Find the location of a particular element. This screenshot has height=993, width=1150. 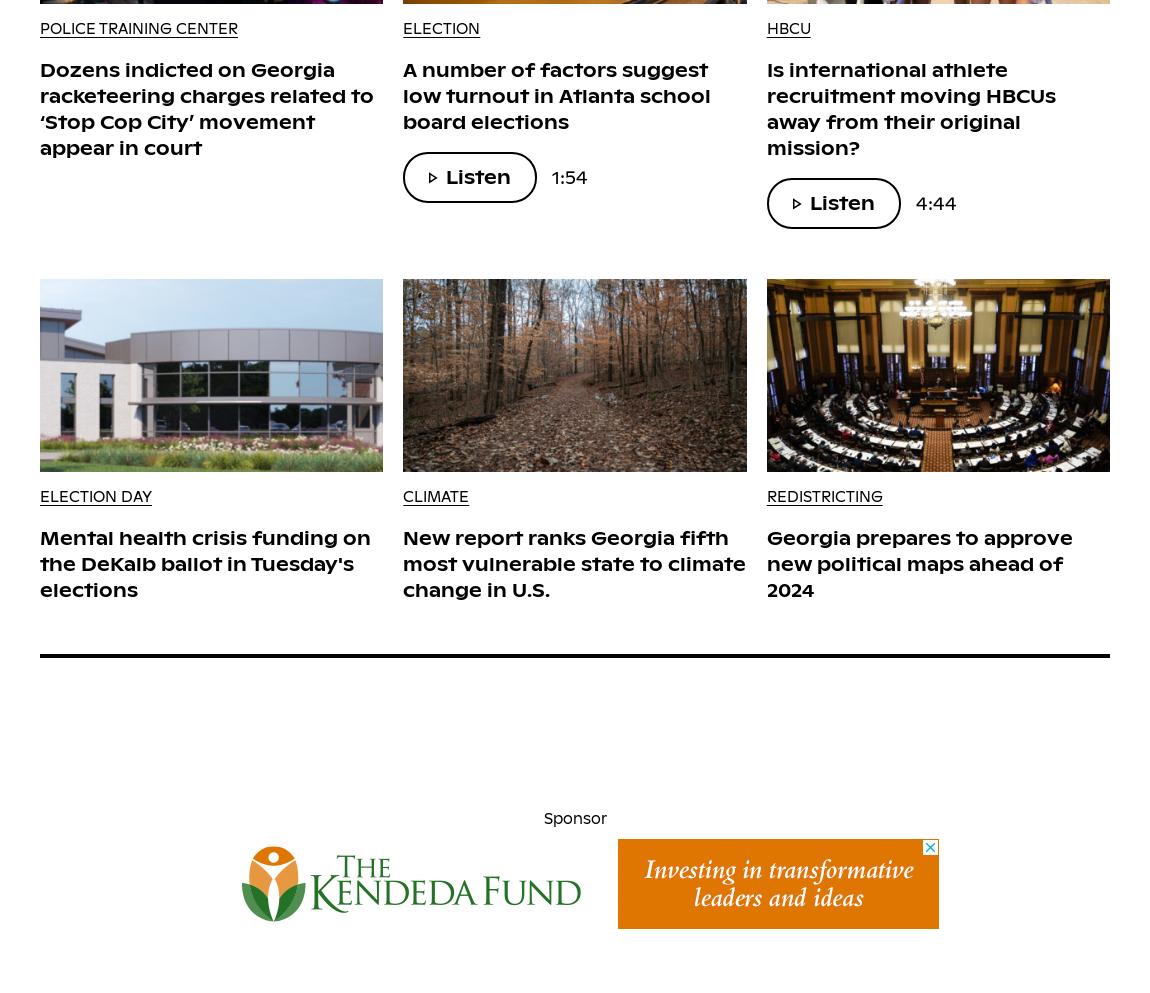

'Redistricting' is located at coordinates (765, 495).